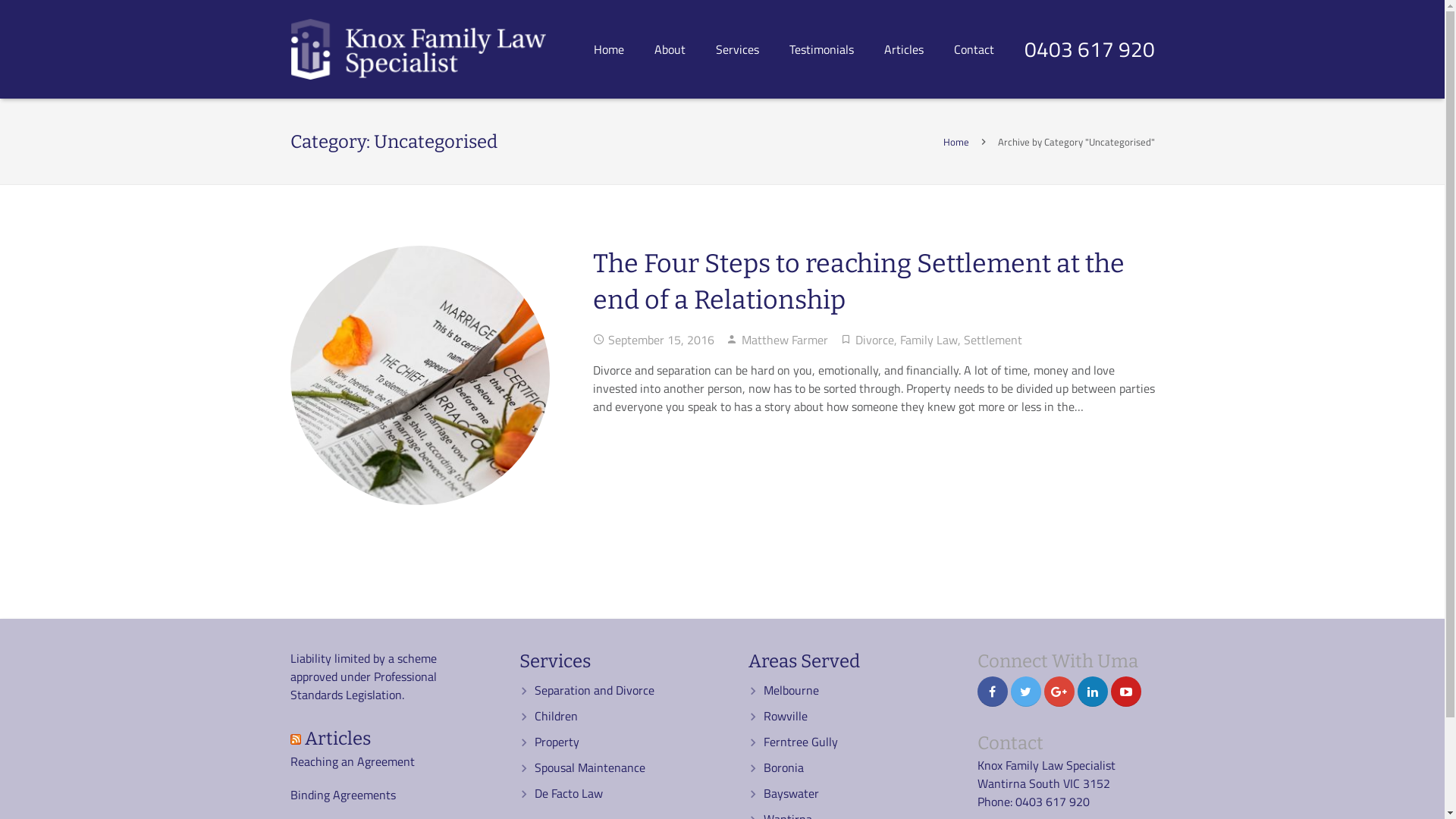 This screenshot has width=1456, height=819. What do you see at coordinates (785, 338) in the screenshot?
I see `'Matthew Farmer'` at bounding box center [785, 338].